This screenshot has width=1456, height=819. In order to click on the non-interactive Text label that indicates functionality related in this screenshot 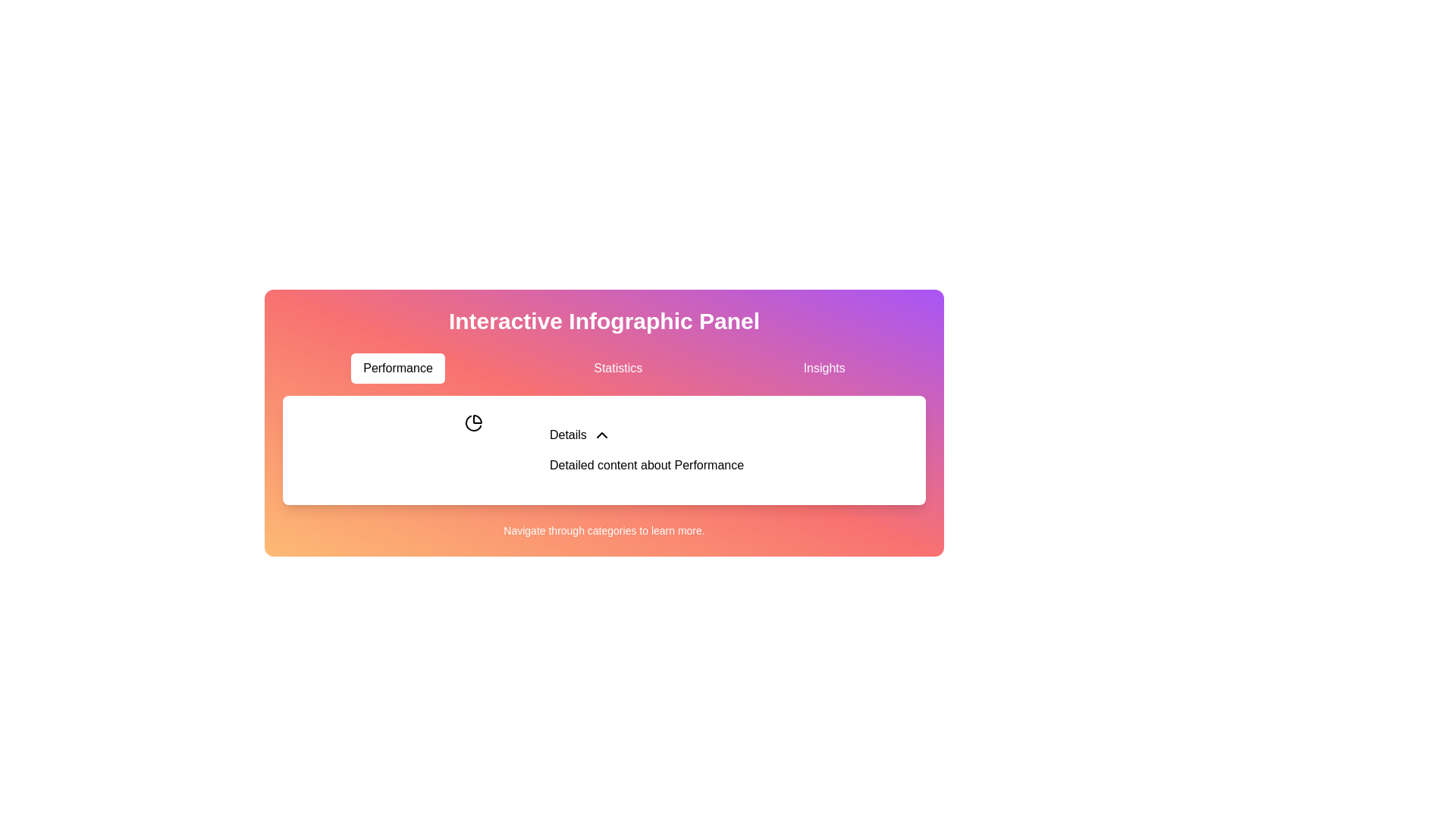, I will do `click(567, 435)`.